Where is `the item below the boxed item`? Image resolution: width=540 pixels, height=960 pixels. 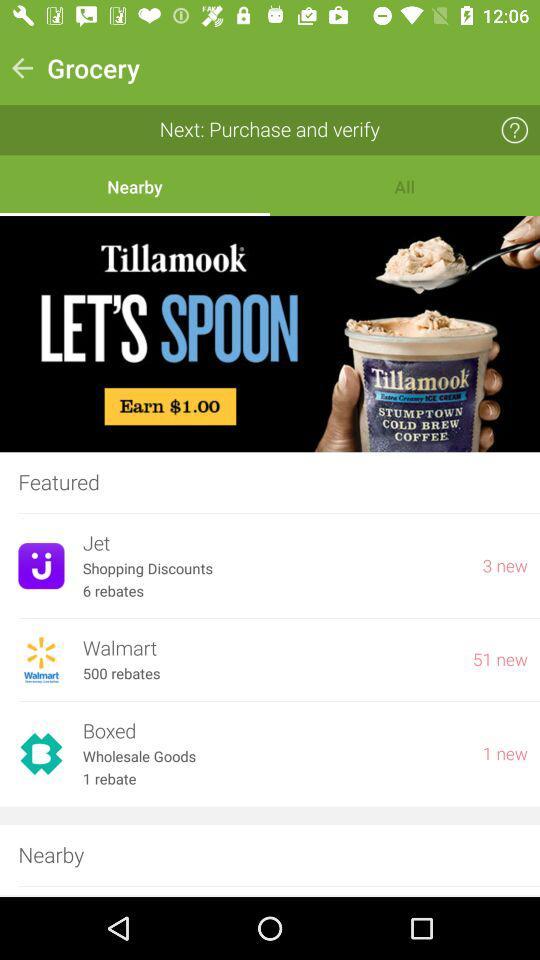 the item below the boxed item is located at coordinates (272, 756).